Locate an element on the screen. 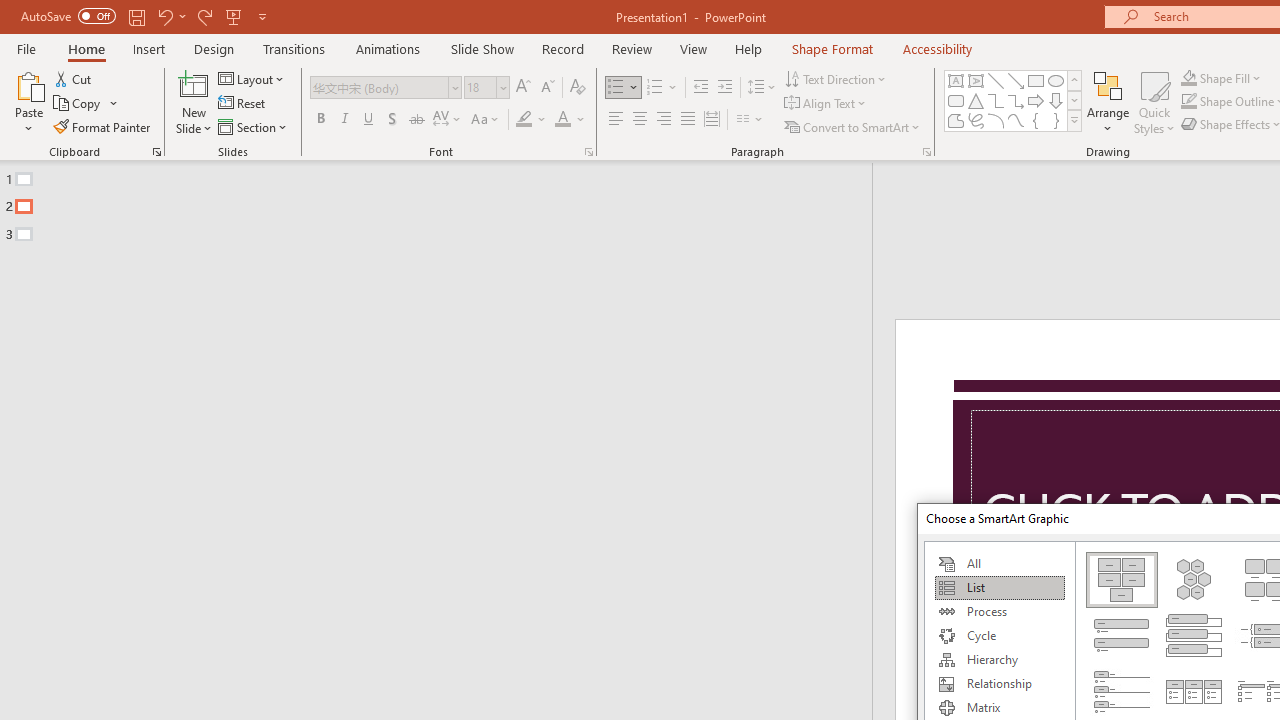  'Row Down' is located at coordinates (1073, 100).